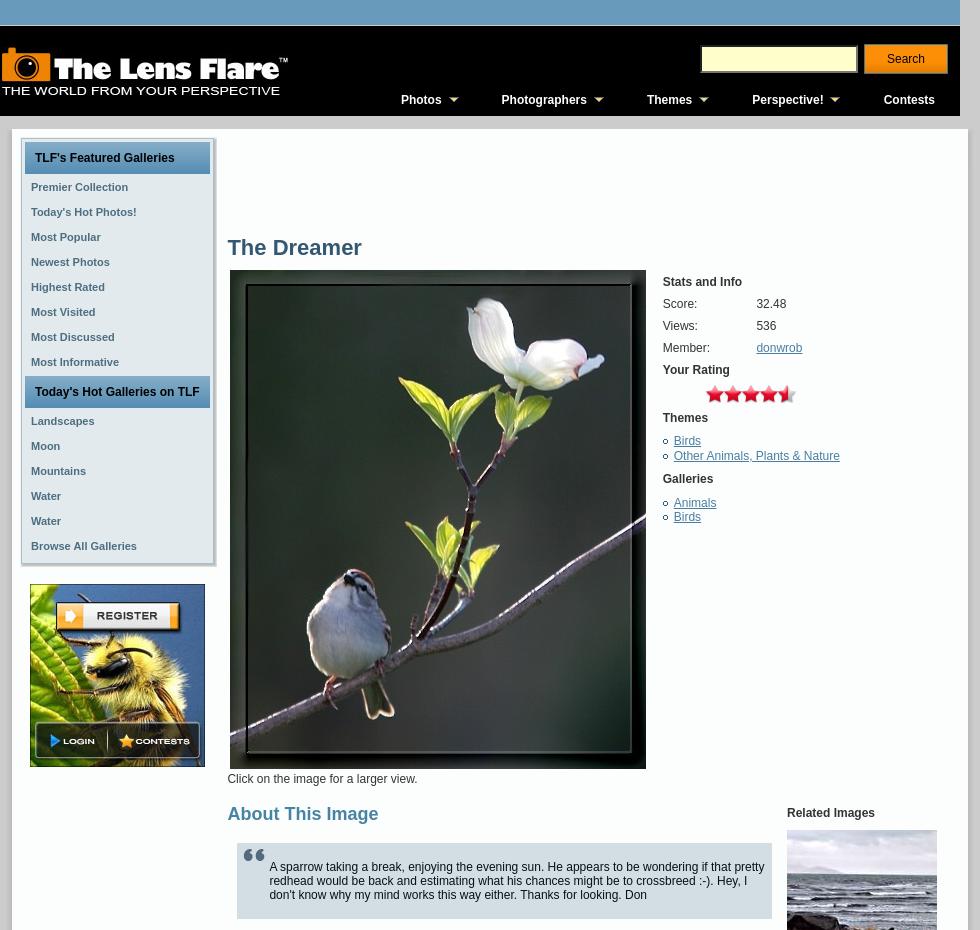 The image size is (980, 930). What do you see at coordinates (765, 324) in the screenshot?
I see `'536'` at bounding box center [765, 324].